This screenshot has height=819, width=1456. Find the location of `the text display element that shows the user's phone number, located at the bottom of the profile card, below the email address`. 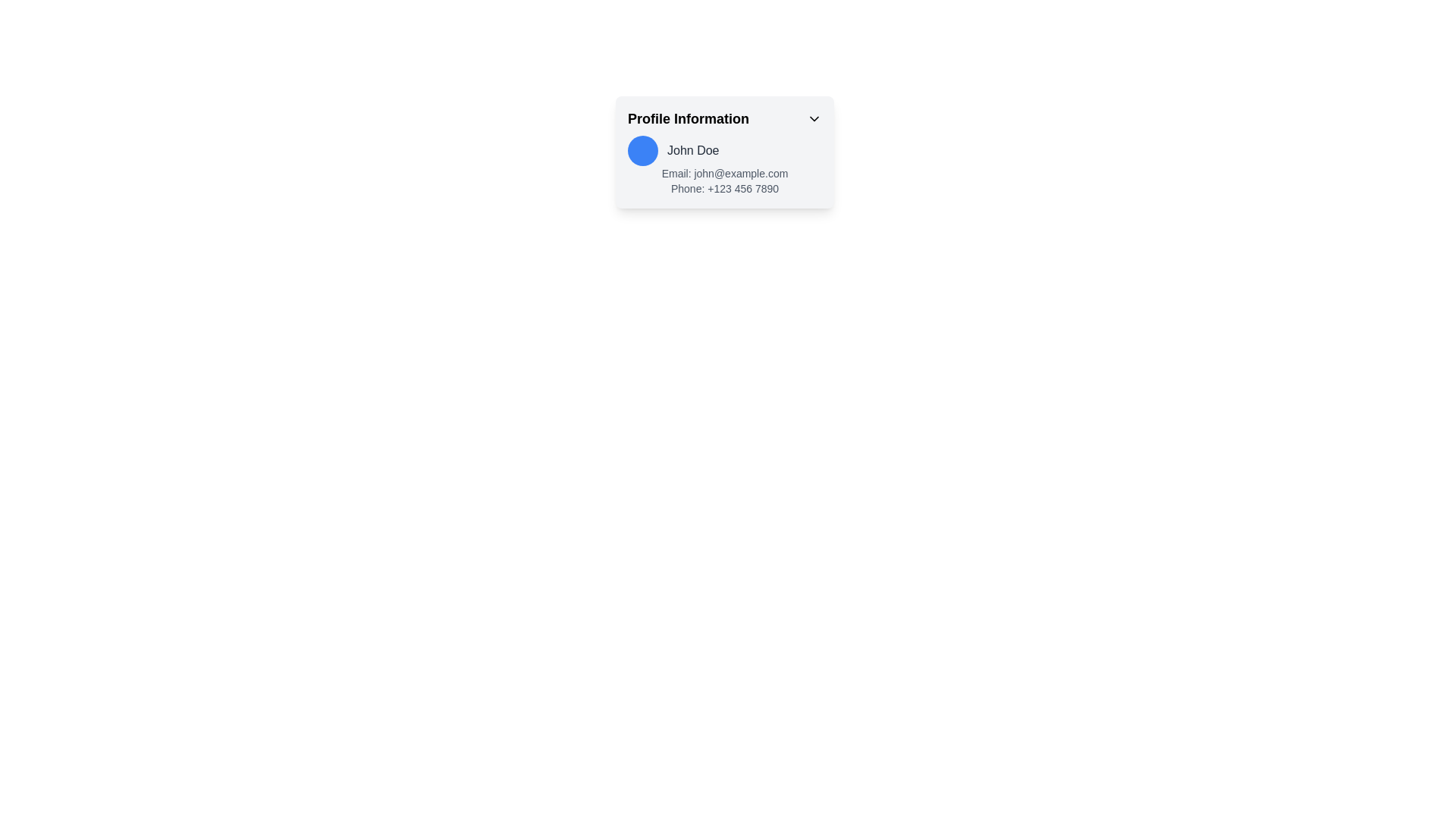

the text display element that shows the user's phone number, located at the bottom of the profile card, below the email address is located at coordinates (723, 188).